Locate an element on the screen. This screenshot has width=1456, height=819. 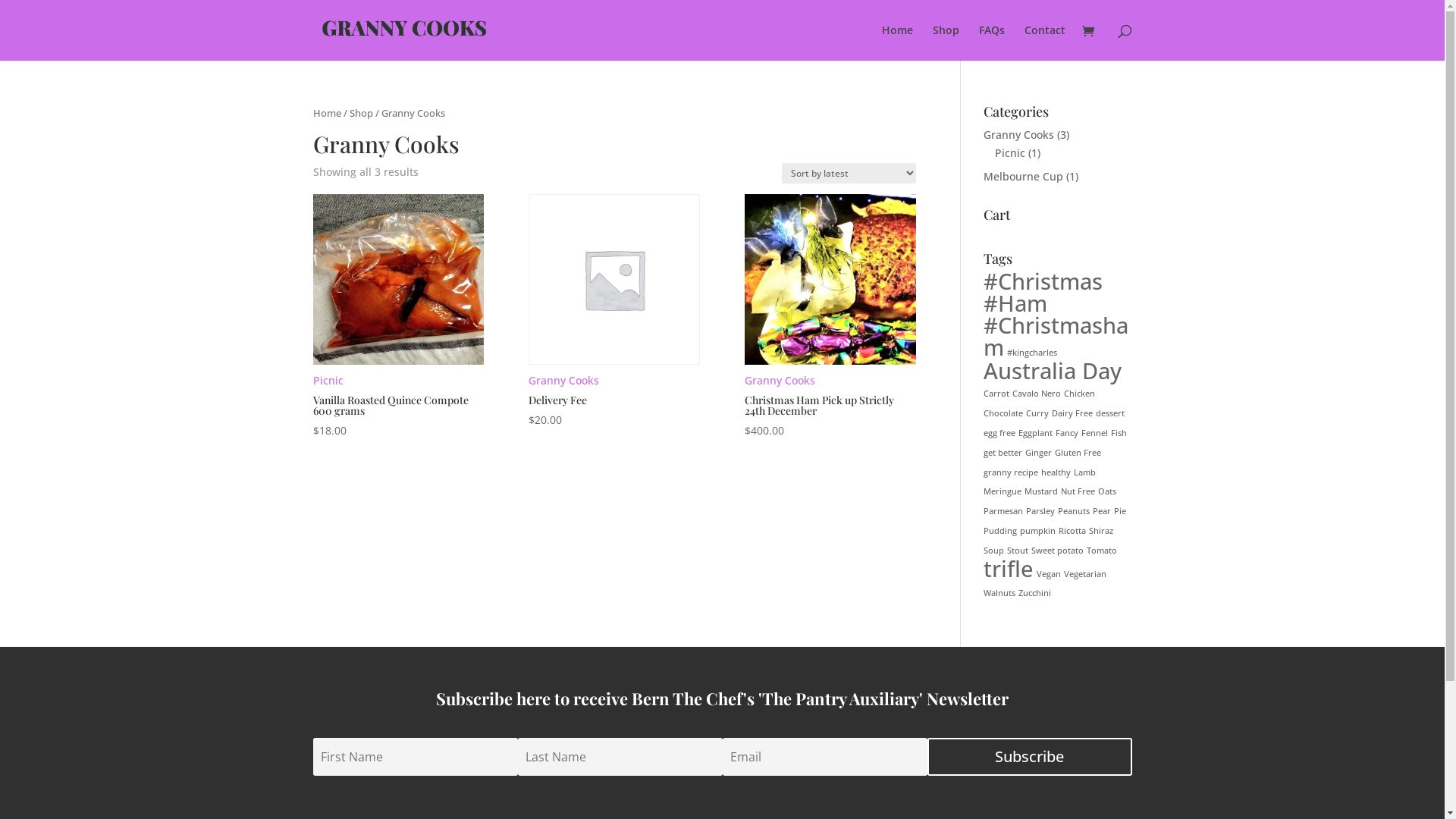
'Eggplant' is located at coordinates (1034, 432).